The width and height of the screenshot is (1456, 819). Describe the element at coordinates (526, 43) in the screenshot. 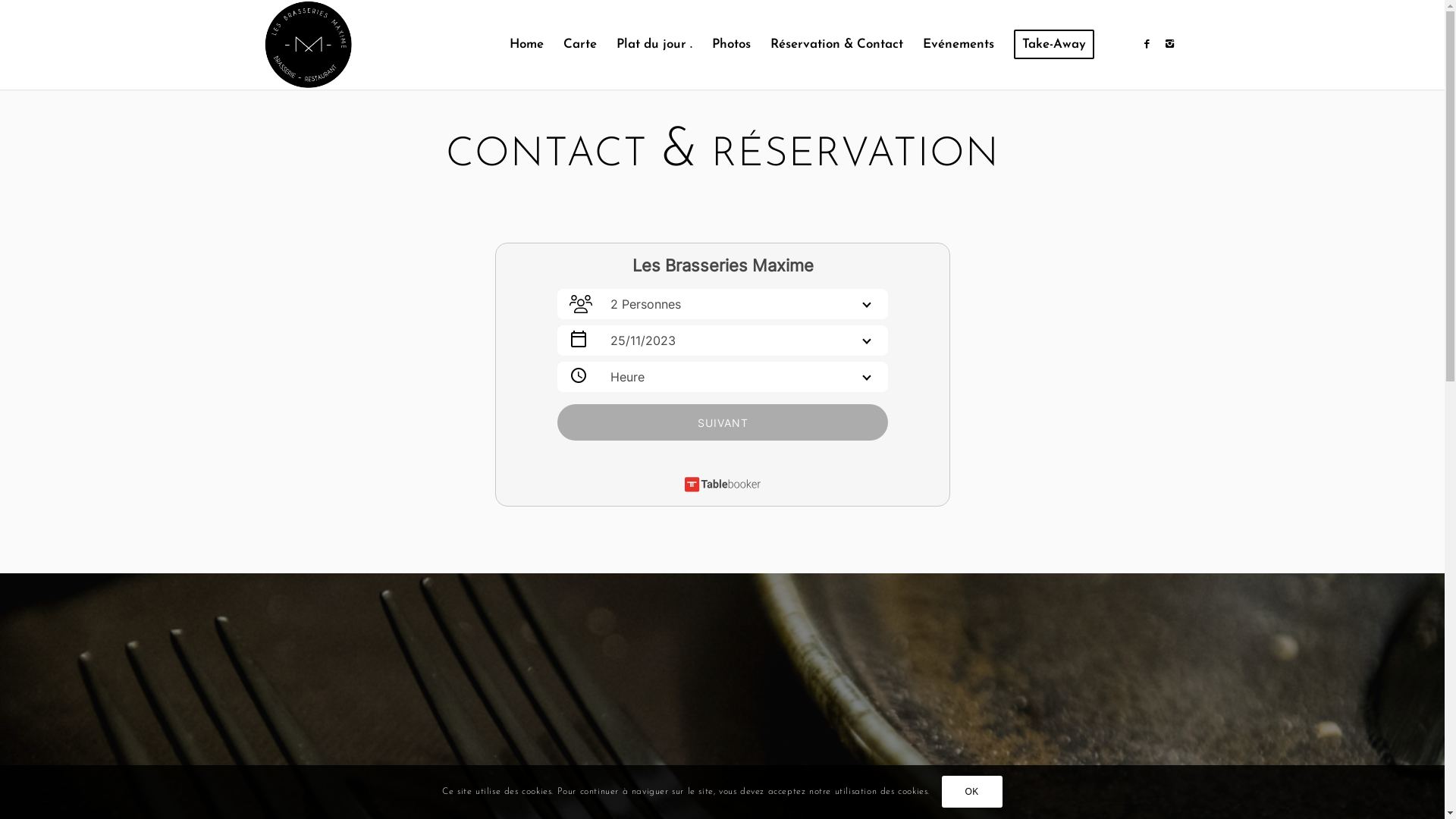

I see `'Home'` at that location.